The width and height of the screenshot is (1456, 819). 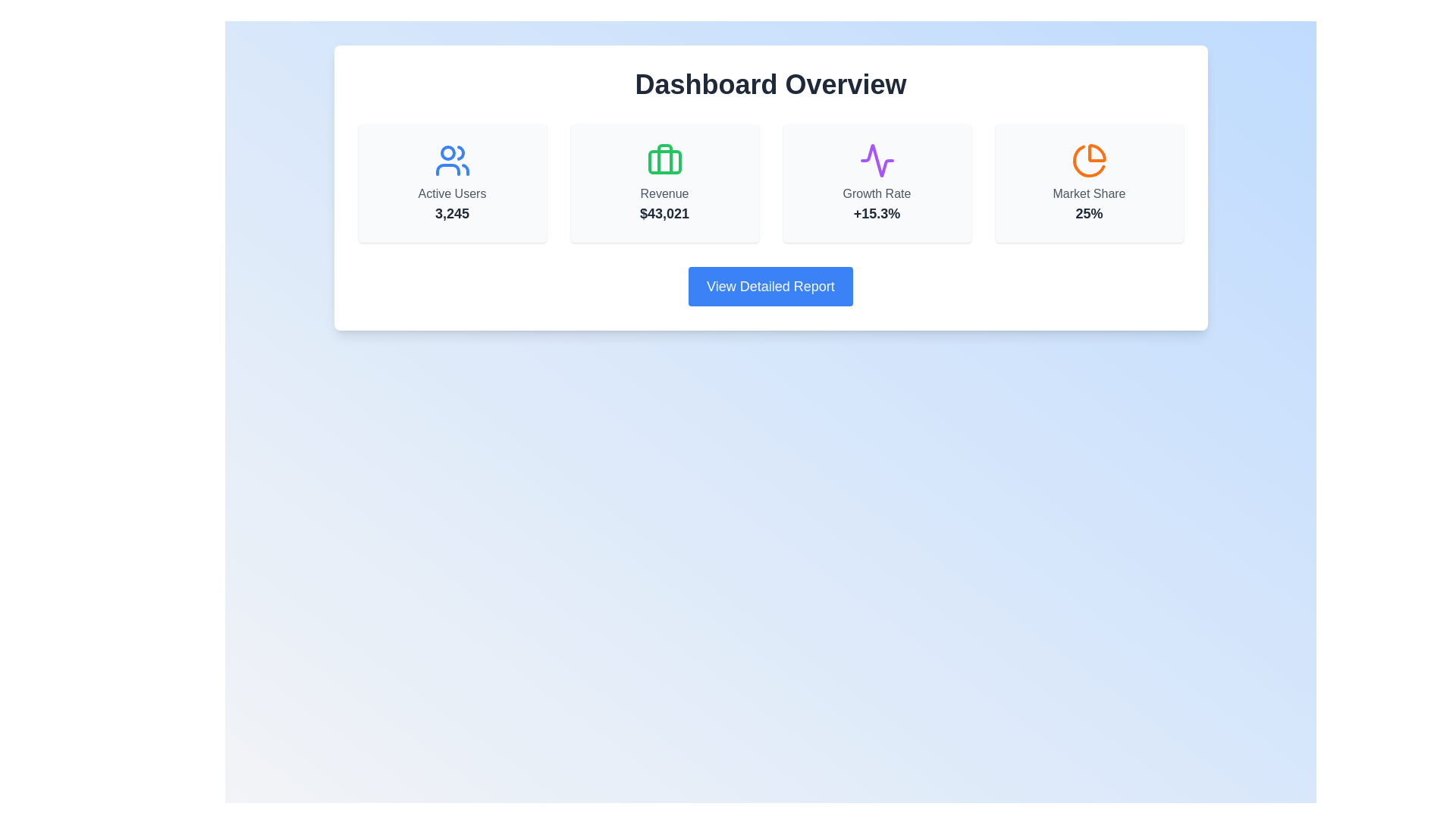 I want to click on the green vertical rectangle outline element located centrally in the briefcase icon representing the 'Revenue' card on the dashboard for information, so click(x=664, y=158).